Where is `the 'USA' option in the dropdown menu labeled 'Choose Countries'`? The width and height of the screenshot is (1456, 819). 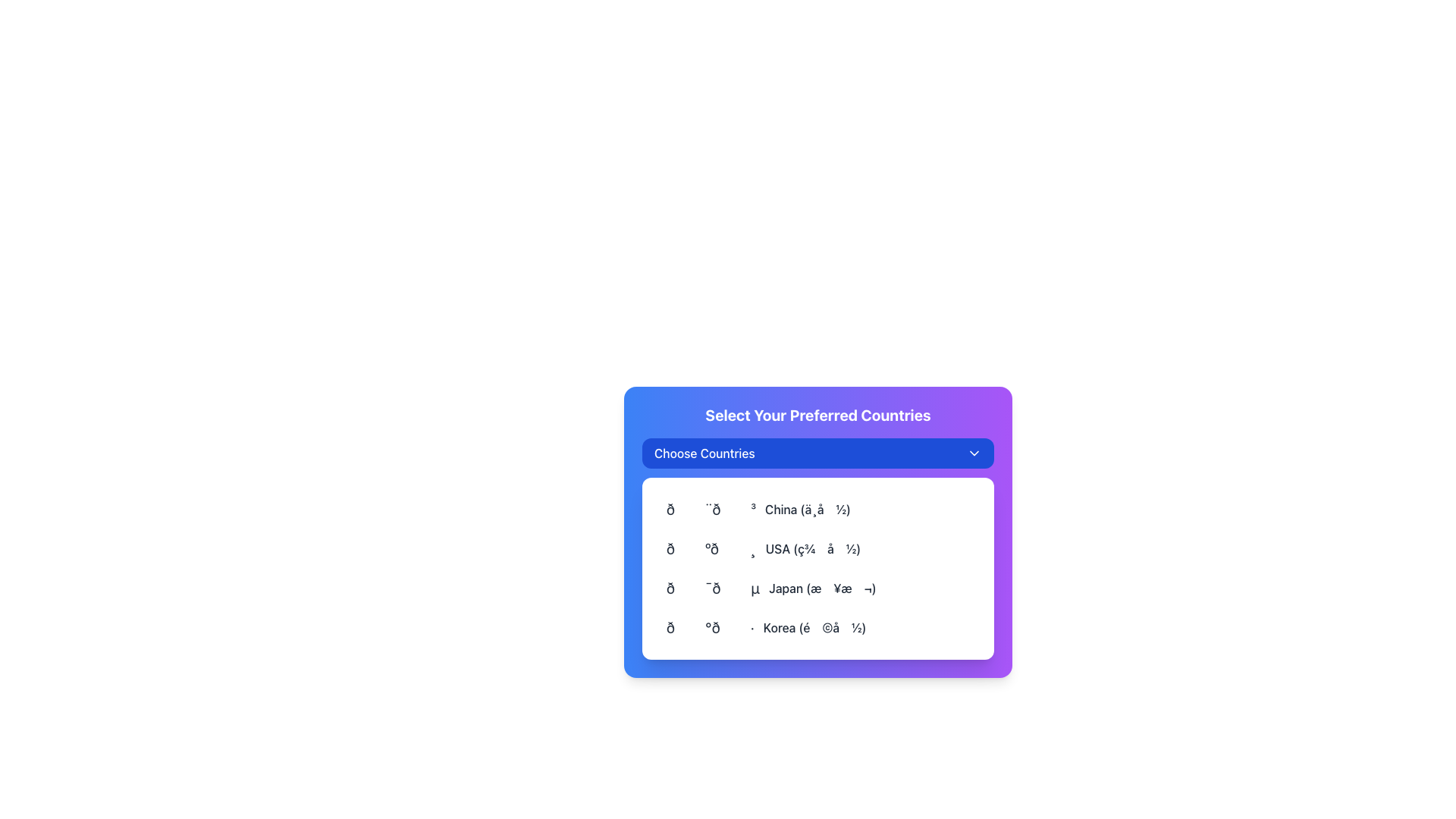 the 'USA' option in the dropdown menu labeled 'Choose Countries' is located at coordinates (817, 549).